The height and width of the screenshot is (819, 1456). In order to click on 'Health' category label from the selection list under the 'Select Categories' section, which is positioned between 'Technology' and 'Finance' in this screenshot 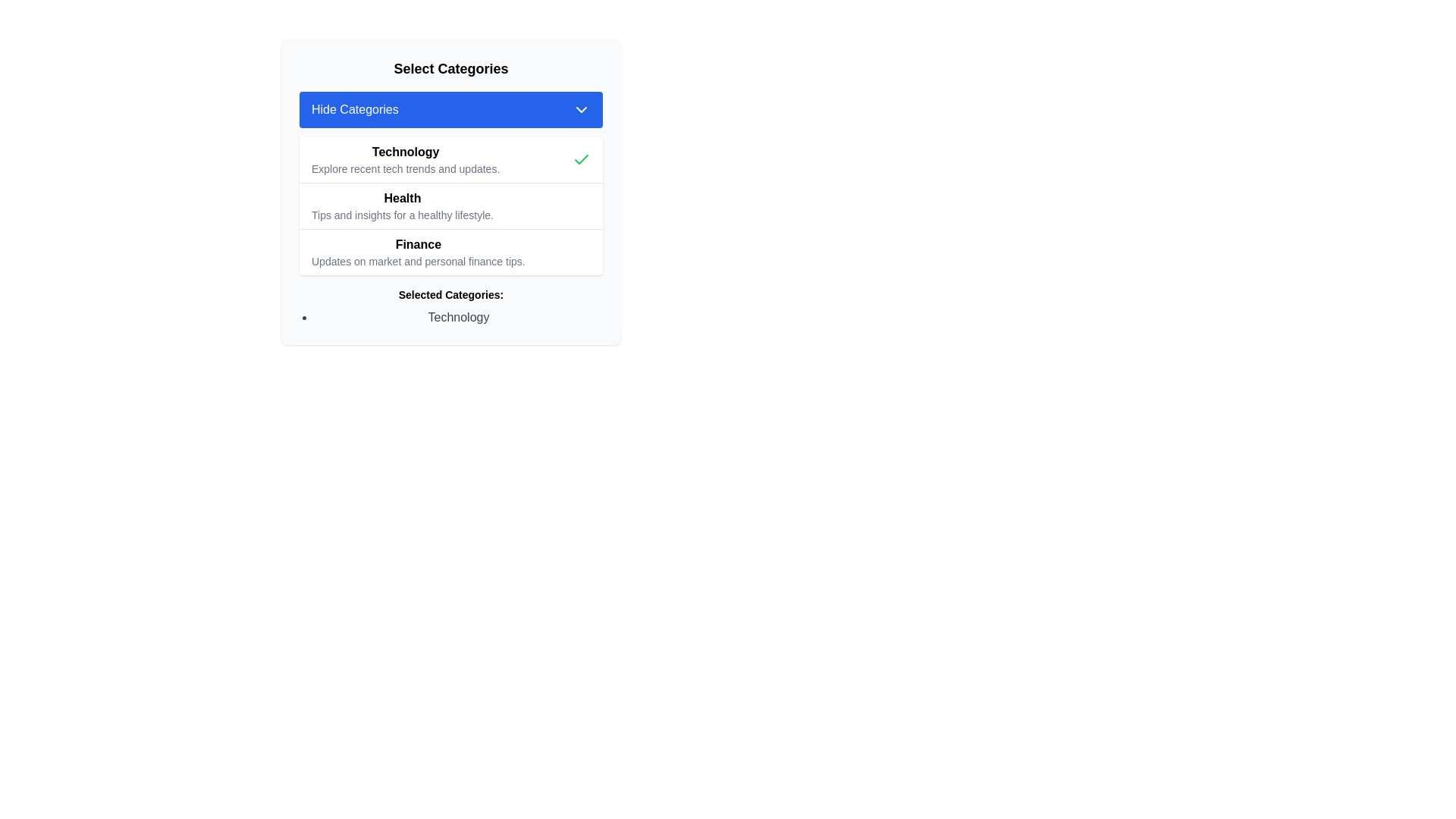, I will do `click(402, 198)`.